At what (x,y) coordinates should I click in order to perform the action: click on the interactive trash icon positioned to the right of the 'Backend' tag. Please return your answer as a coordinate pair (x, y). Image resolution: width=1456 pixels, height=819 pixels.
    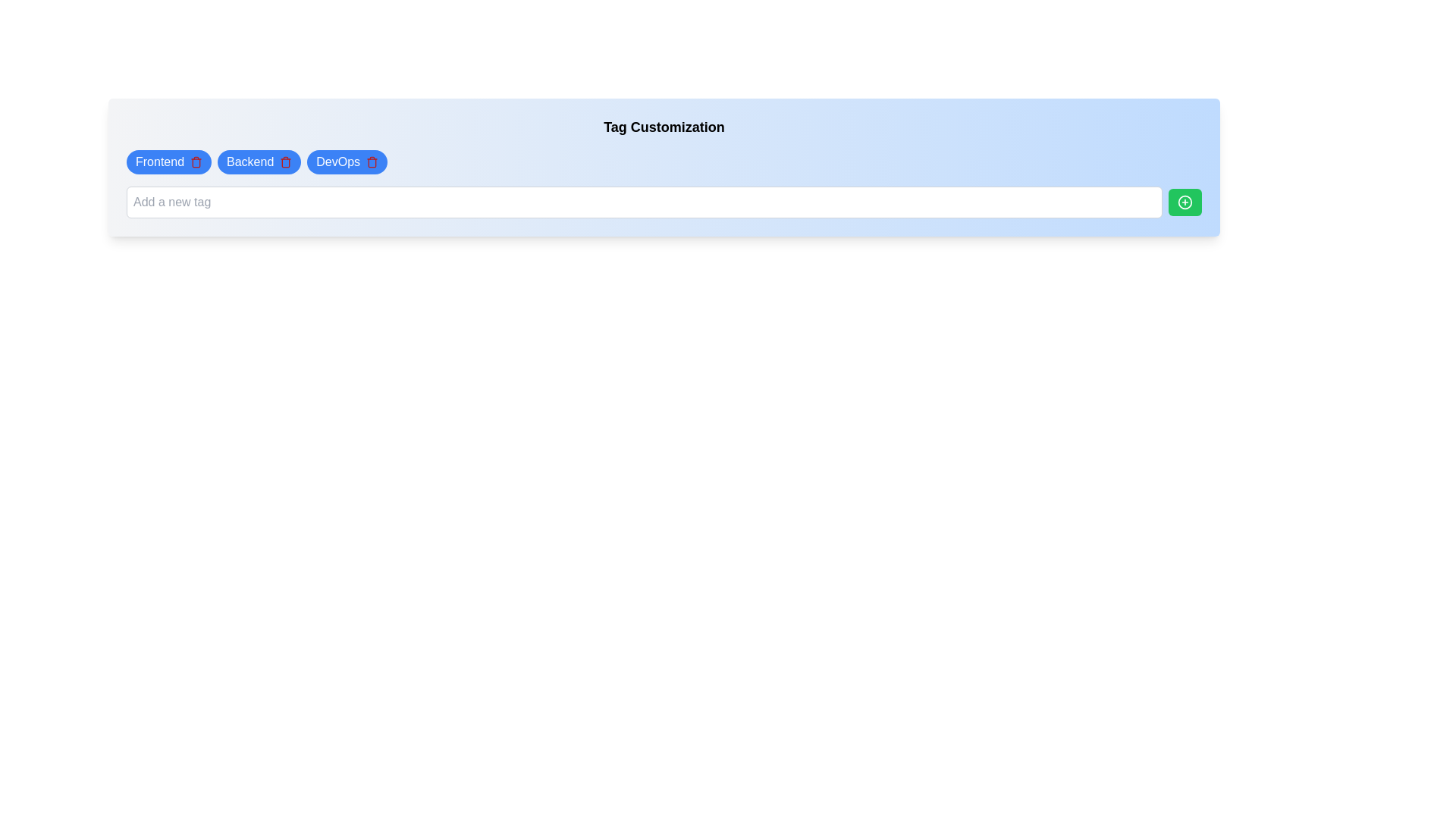
    Looking at the image, I should click on (286, 162).